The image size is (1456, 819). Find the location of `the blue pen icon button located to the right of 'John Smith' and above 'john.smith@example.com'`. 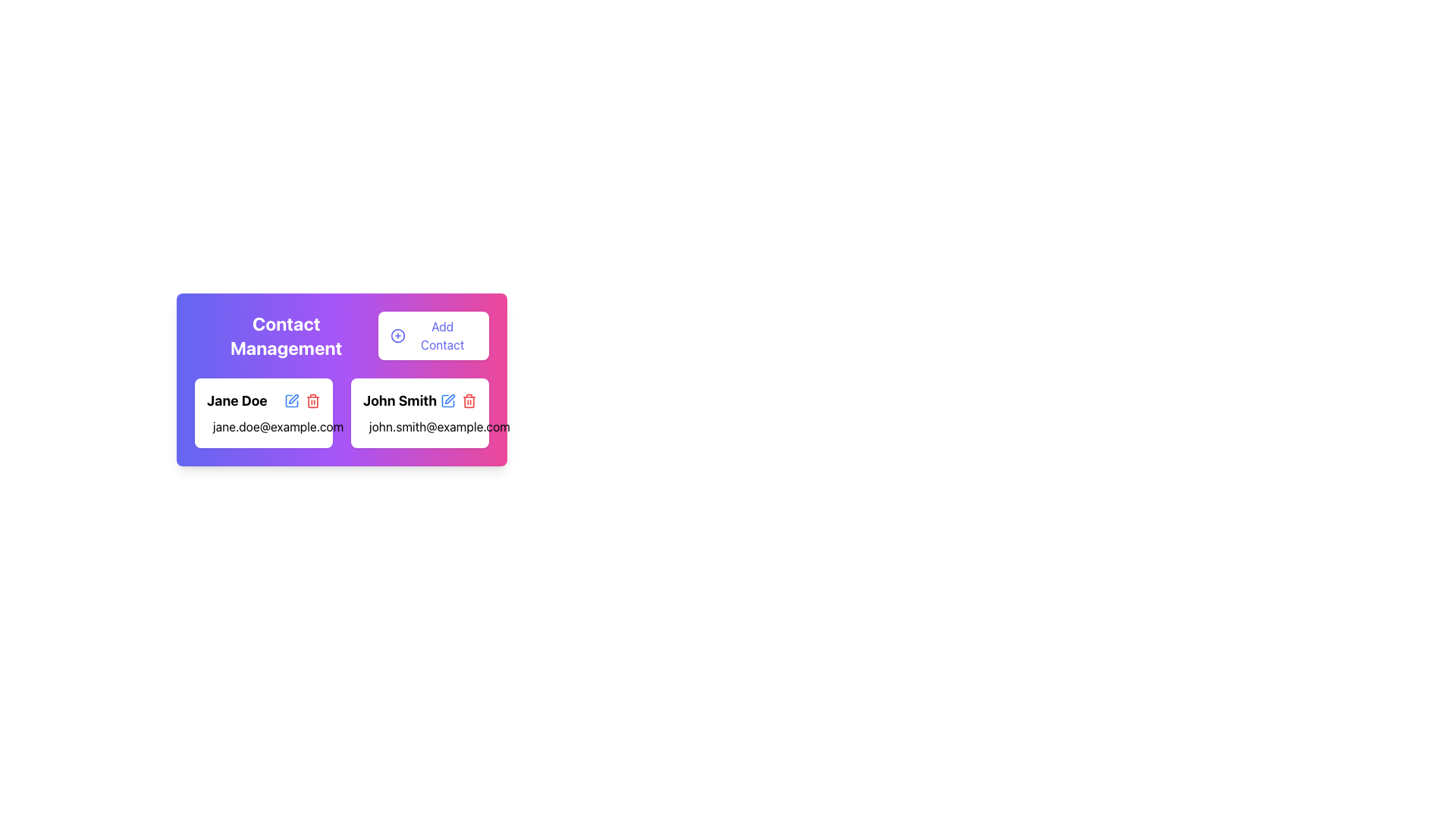

the blue pen icon button located to the right of 'John Smith' and above 'john.smith@example.com' is located at coordinates (447, 400).